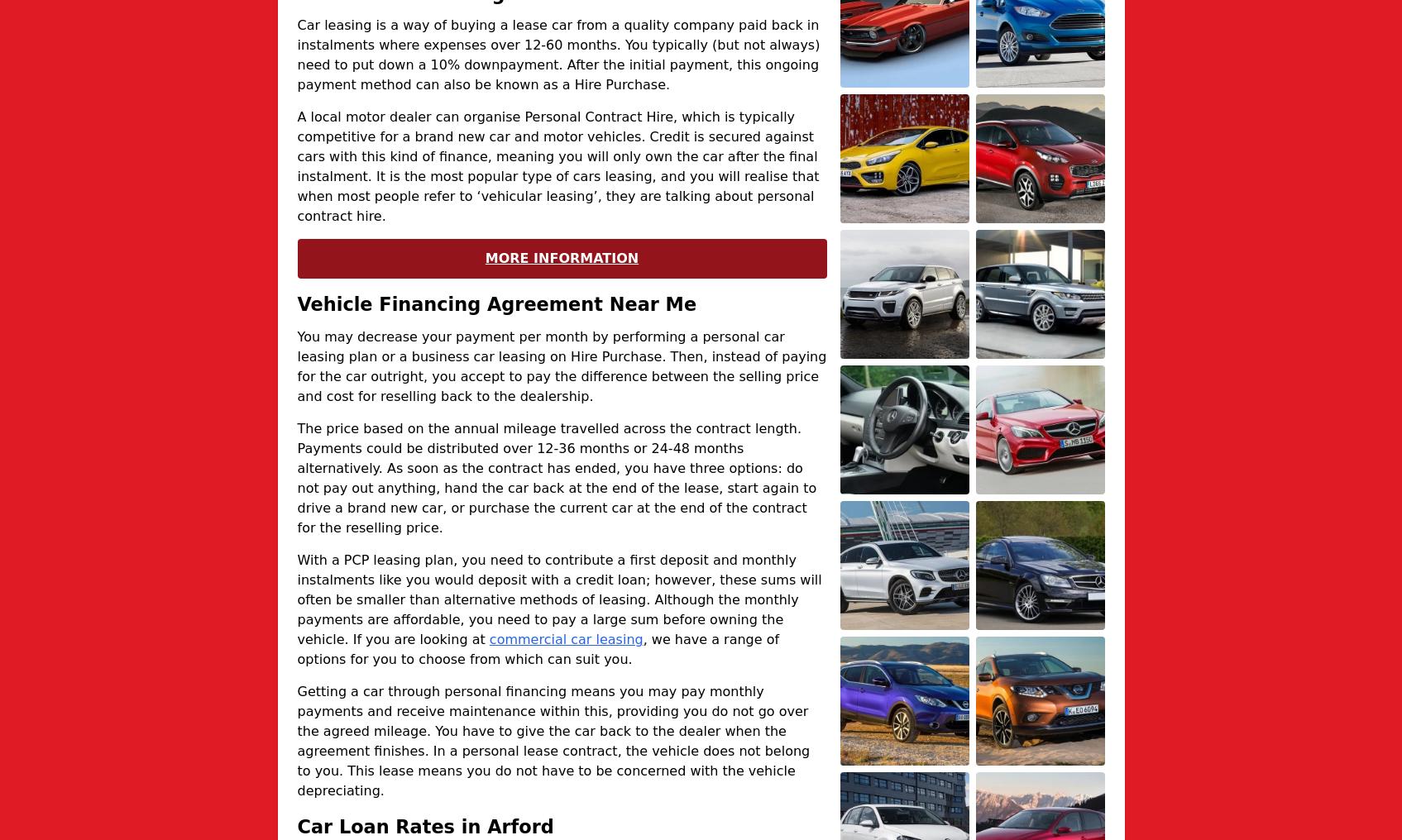 The image size is (1402, 840). What do you see at coordinates (537, 647) in the screenshot?
I see `', we have a range of options for you to choose from which can suit you.'` at bounding box center [537, 647].